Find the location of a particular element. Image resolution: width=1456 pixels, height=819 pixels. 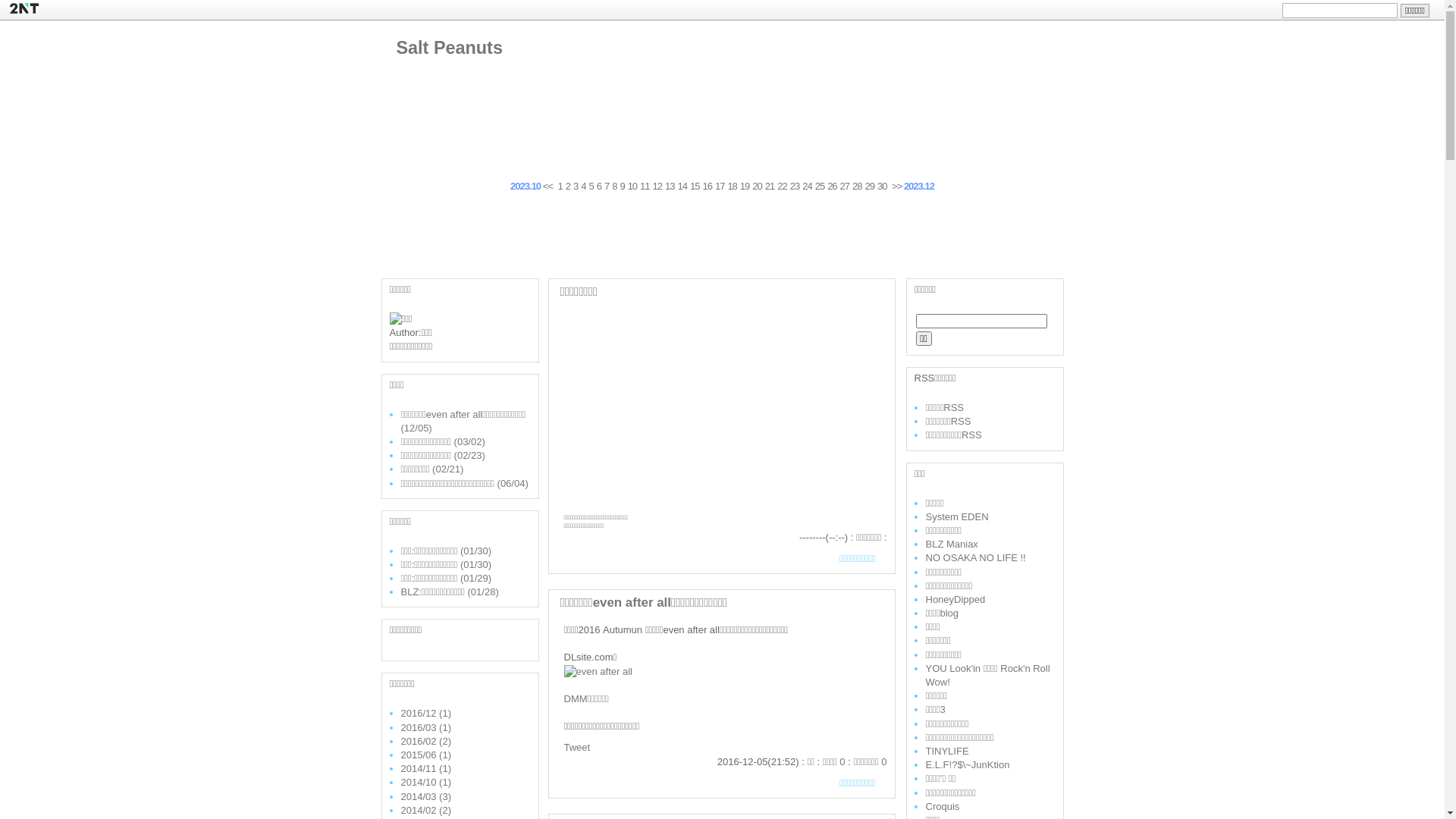

'HoneyDipped' is located at coordinates (954, 598).